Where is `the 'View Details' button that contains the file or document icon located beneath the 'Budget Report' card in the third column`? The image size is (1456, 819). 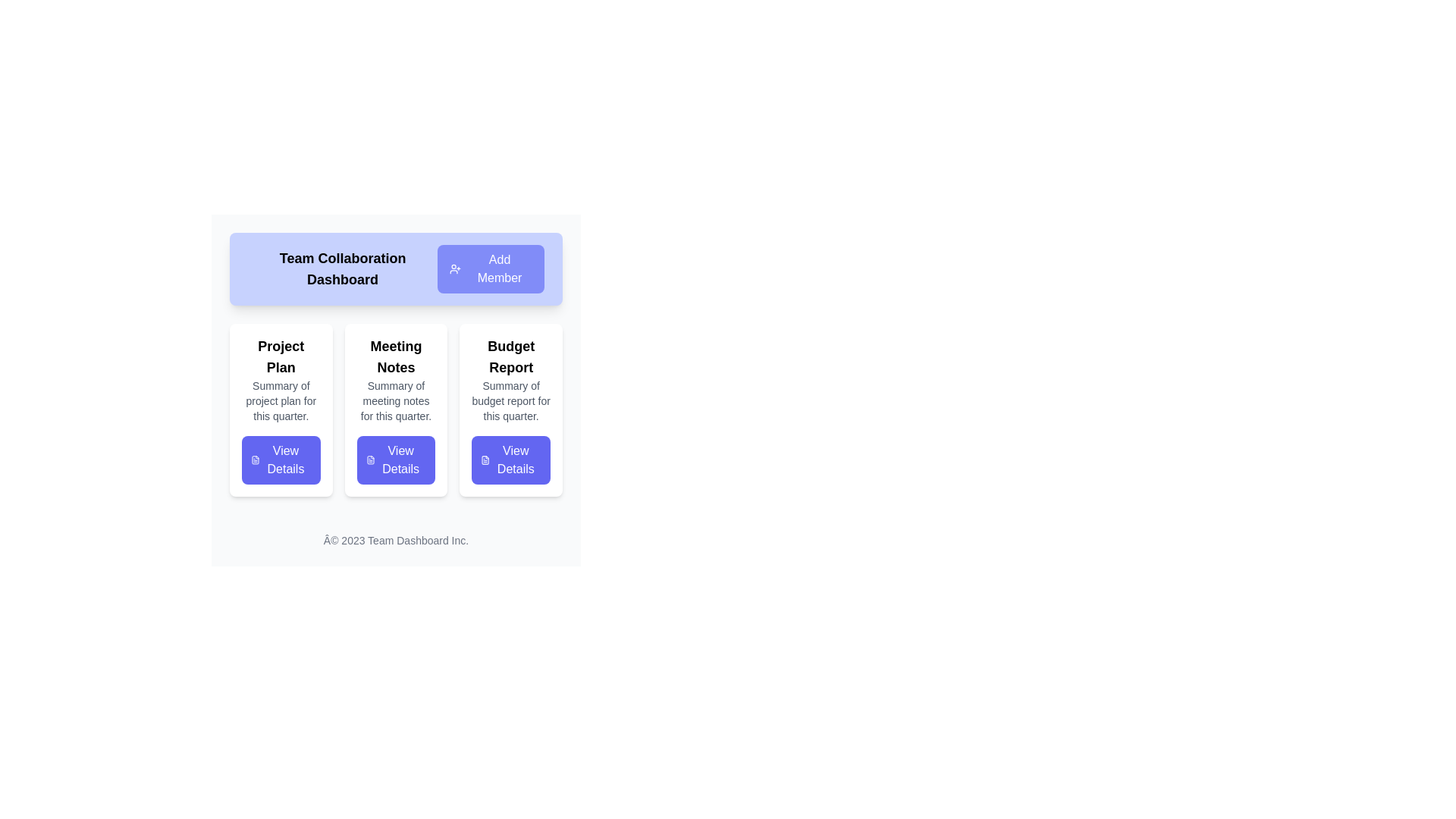 the 'View Details' button that contains the file or document icon located beneath the 'Budget Report' card in the third column is located at coordinates (485, 459).